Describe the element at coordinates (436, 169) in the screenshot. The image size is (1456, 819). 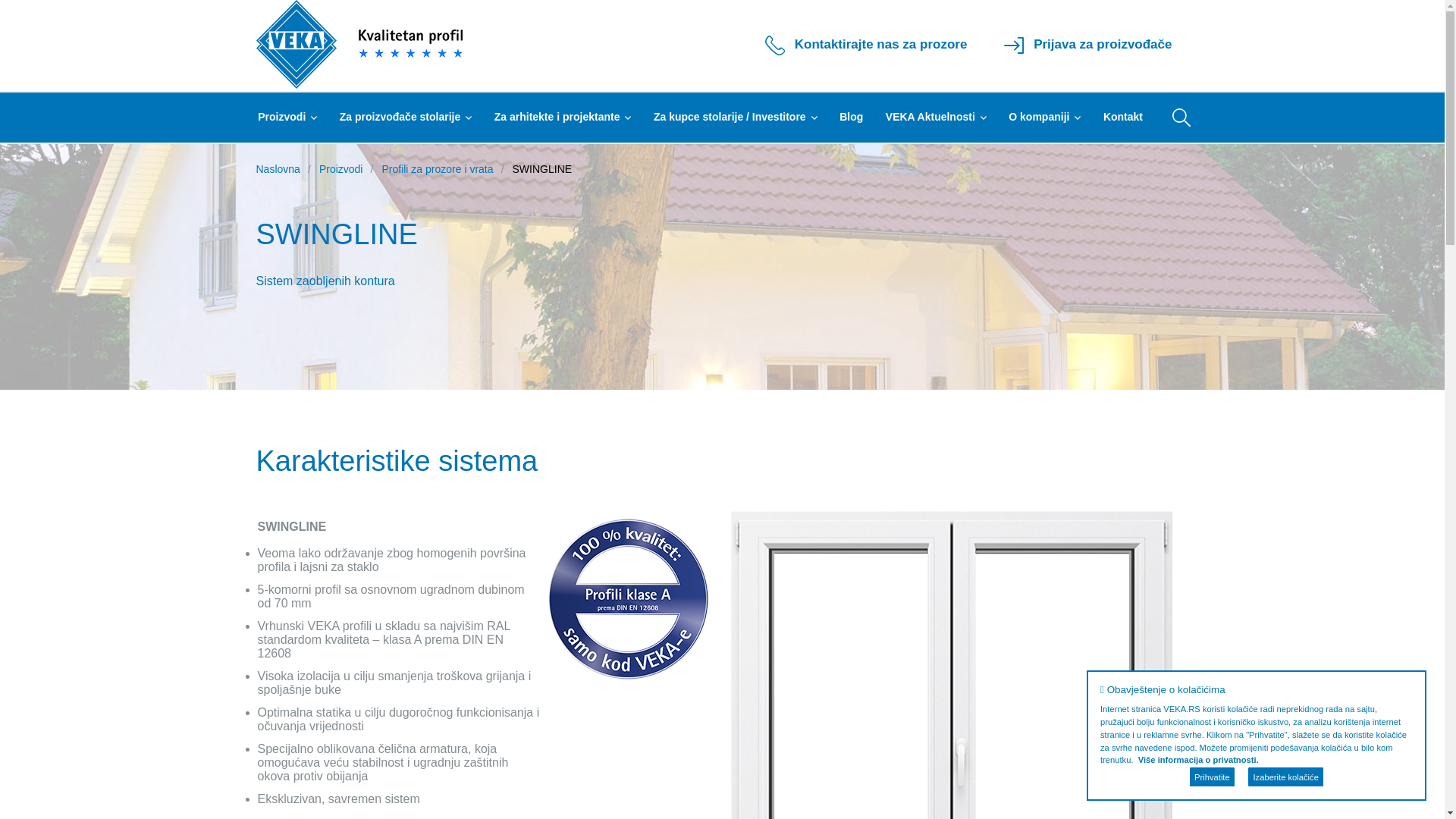
I see `'Profili za prozore i vrata'` at that location.